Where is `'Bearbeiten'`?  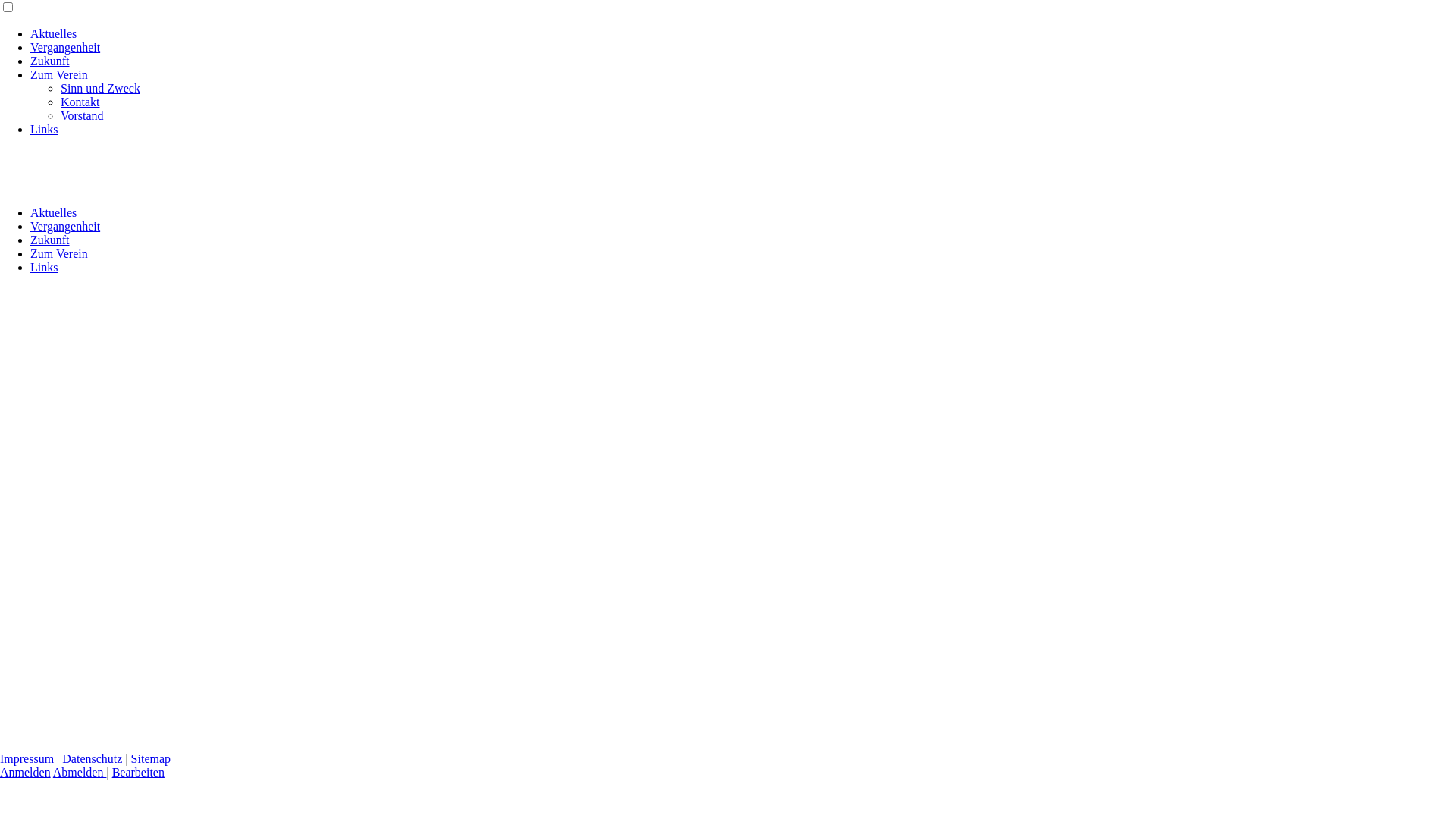 'Bearbeiten' is located at coordinates (138, 772).